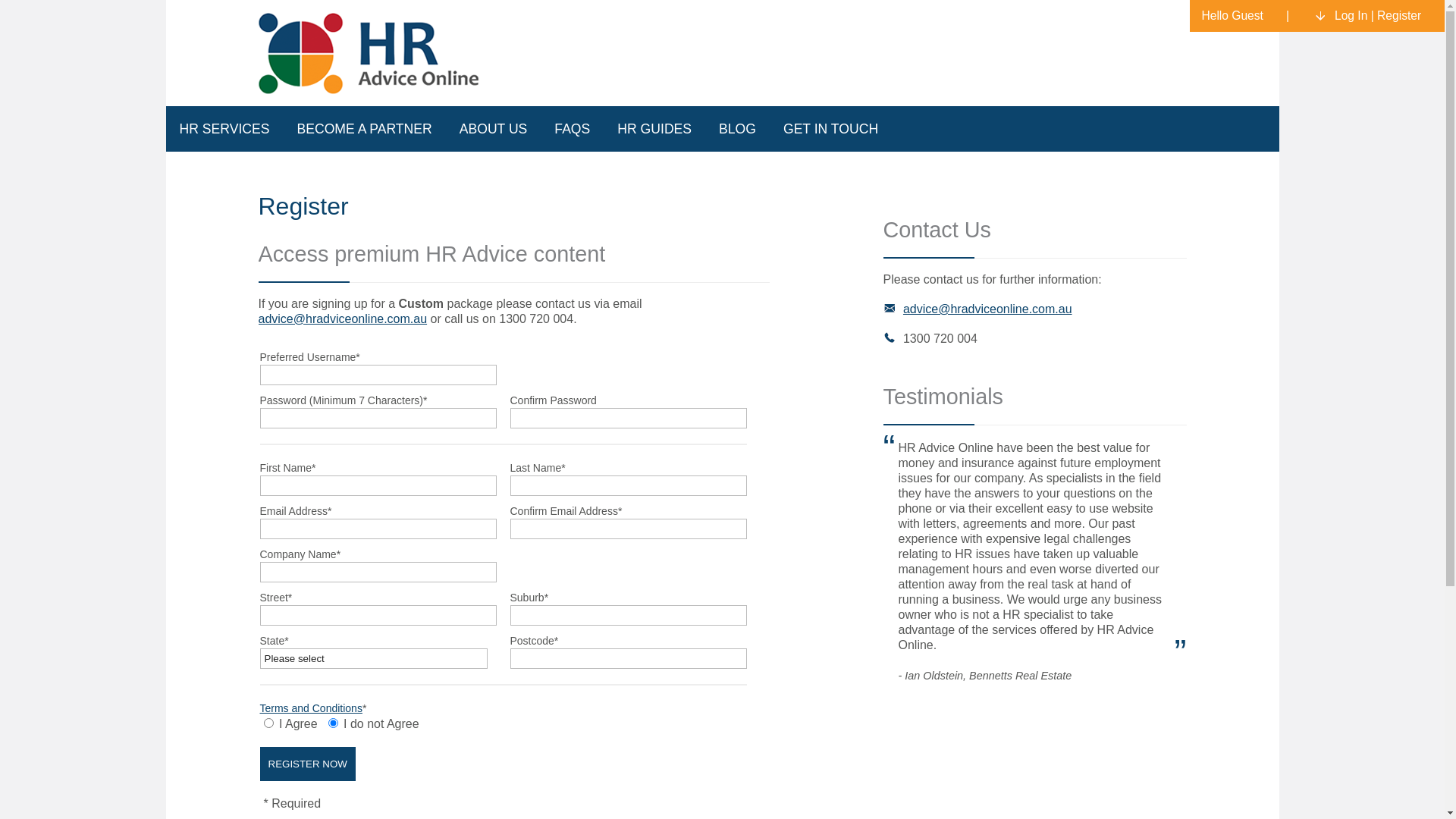  I want to click on 'Log In | Register', so click(1372, 15).